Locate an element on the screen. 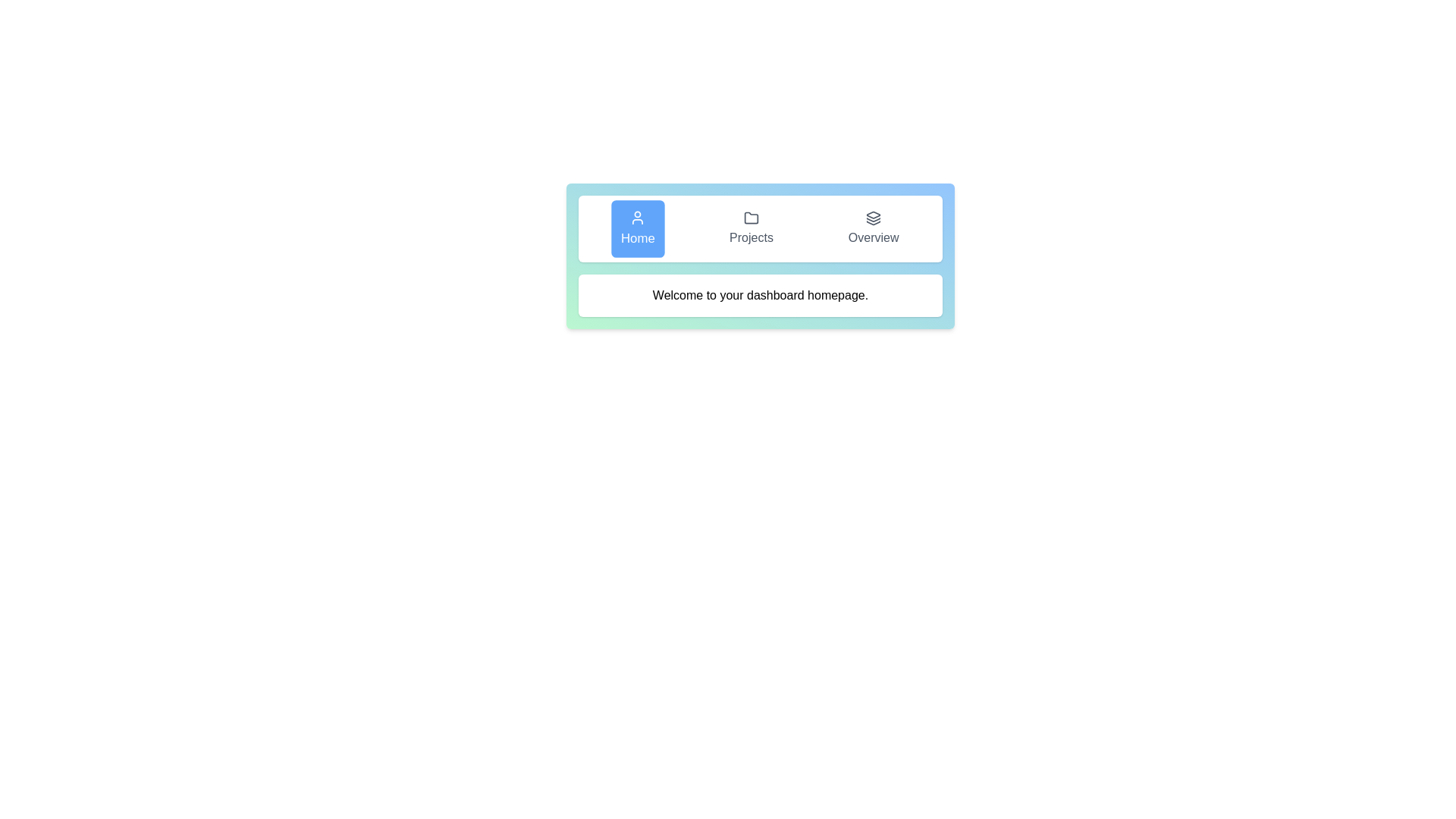 The height and width of the screenshot is (819, 1456). the 'Overview' icon in the navigation panel is located at coordinates (874, 218).